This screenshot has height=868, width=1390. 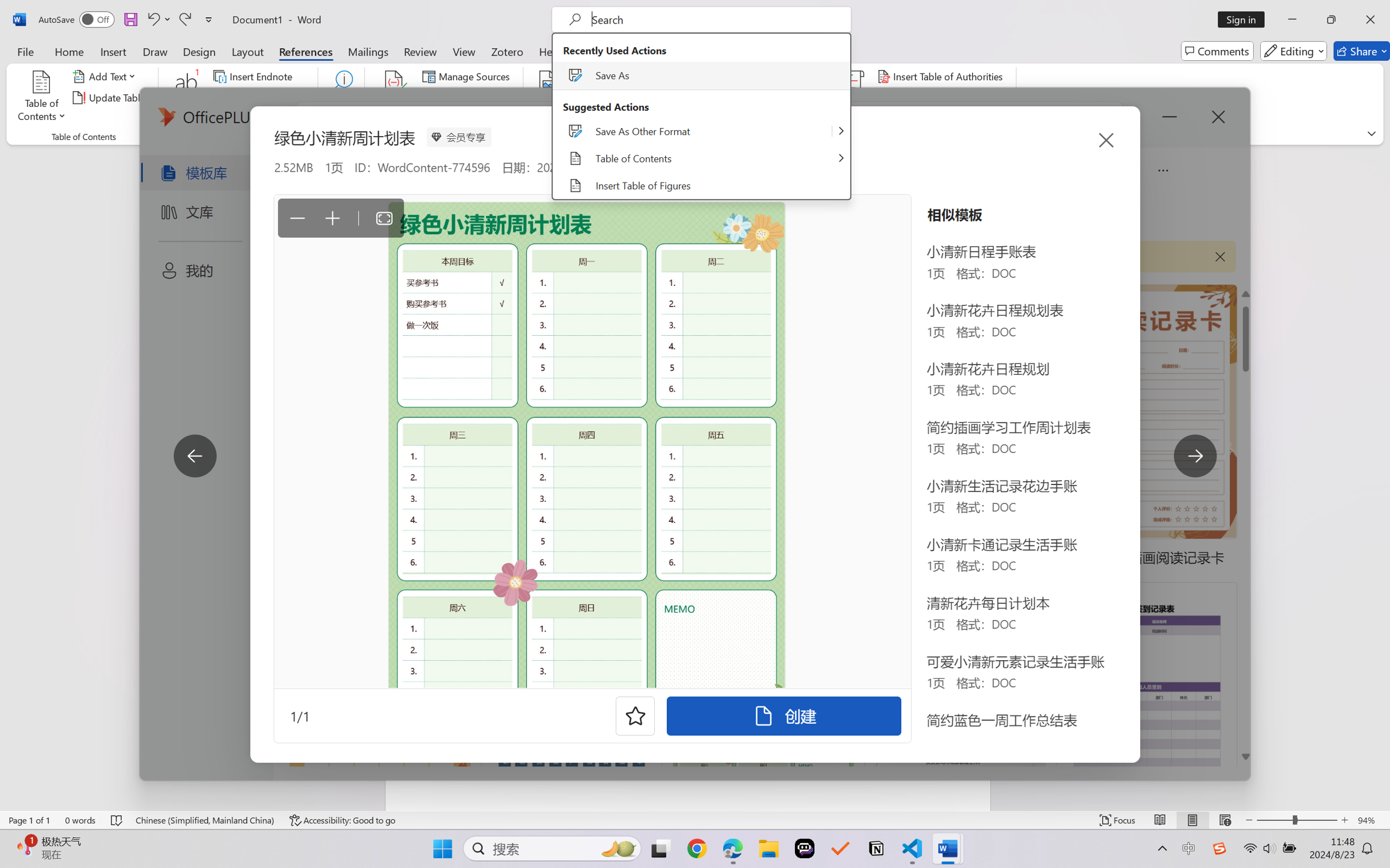 I want to click on 'Undo Apply Quick Style Set', so click(x=152, y=19).